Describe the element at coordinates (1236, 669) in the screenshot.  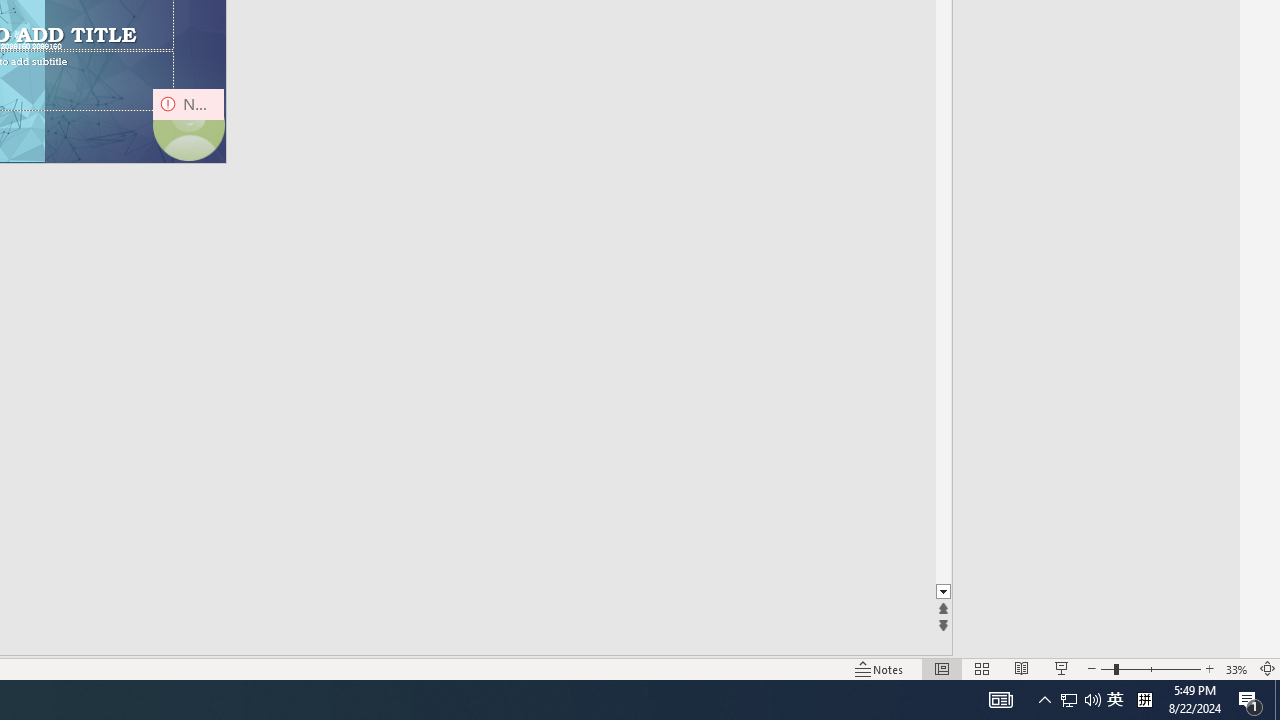
I see `'Zoom 33%'` at that location.